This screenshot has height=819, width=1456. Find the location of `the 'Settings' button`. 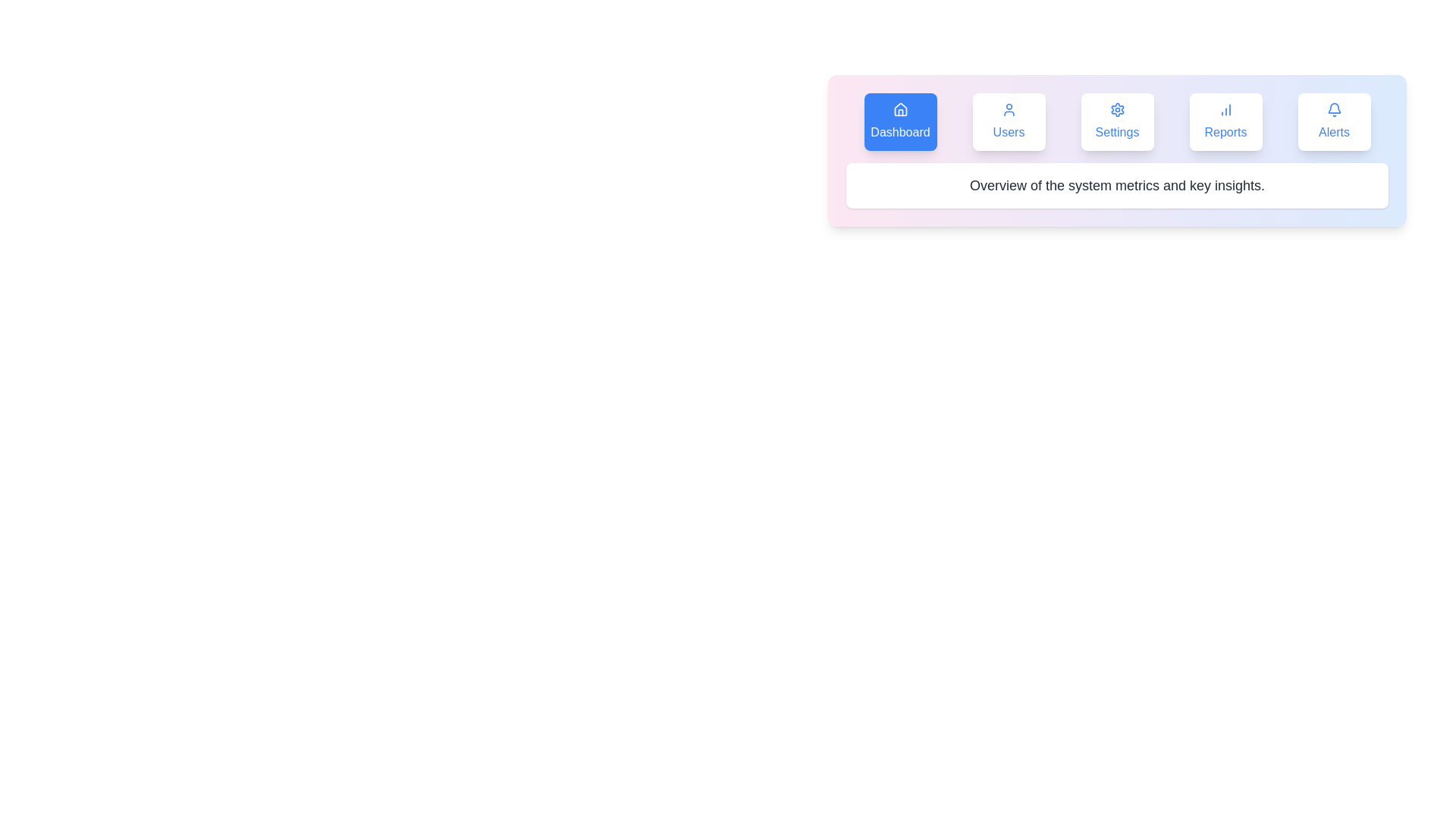

the 'Settings' button is located at coordinates (1117, 121).